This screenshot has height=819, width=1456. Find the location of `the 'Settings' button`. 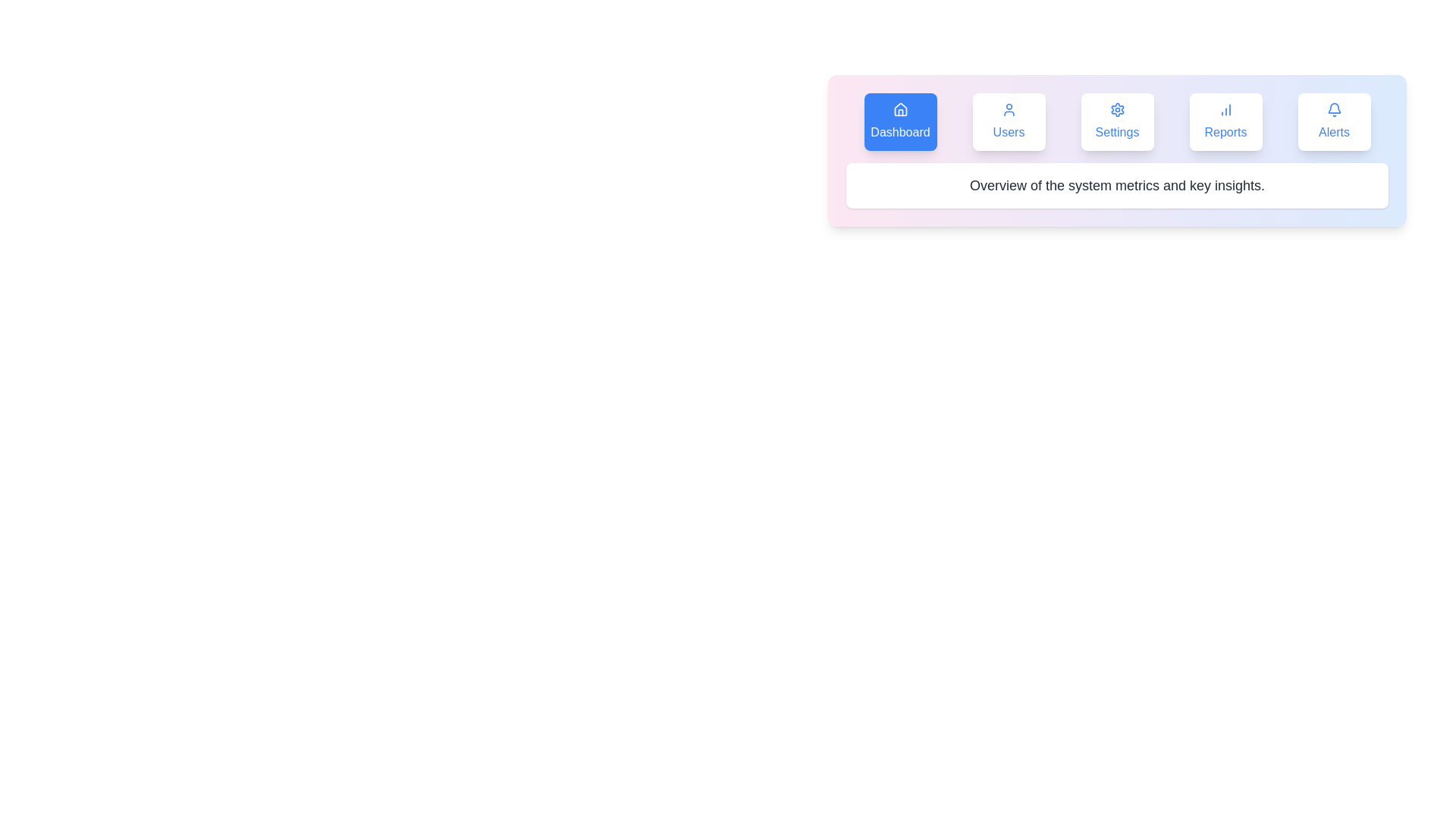

the 'Settings' button is located at coordinates (1117, 121).